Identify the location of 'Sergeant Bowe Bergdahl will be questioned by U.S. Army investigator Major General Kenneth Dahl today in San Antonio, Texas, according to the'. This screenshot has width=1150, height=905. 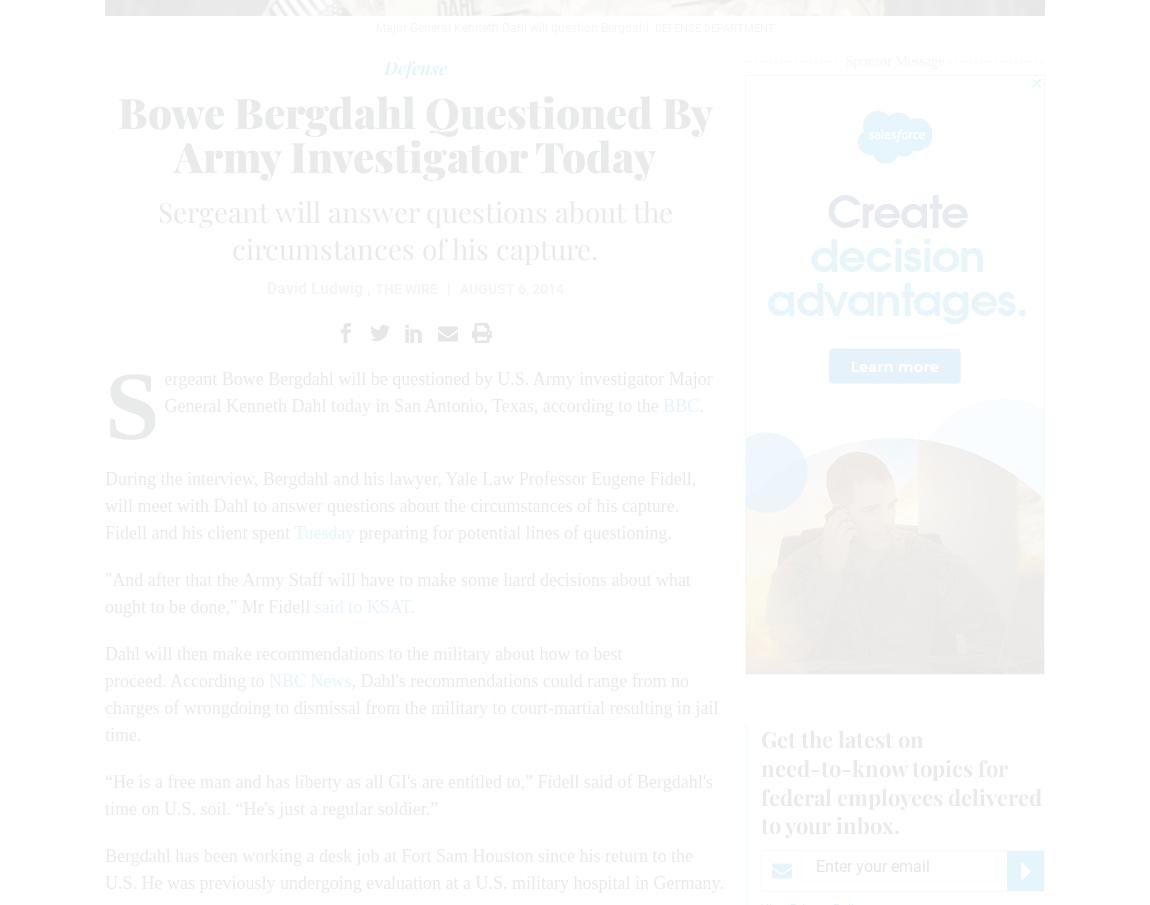
(408, 404).